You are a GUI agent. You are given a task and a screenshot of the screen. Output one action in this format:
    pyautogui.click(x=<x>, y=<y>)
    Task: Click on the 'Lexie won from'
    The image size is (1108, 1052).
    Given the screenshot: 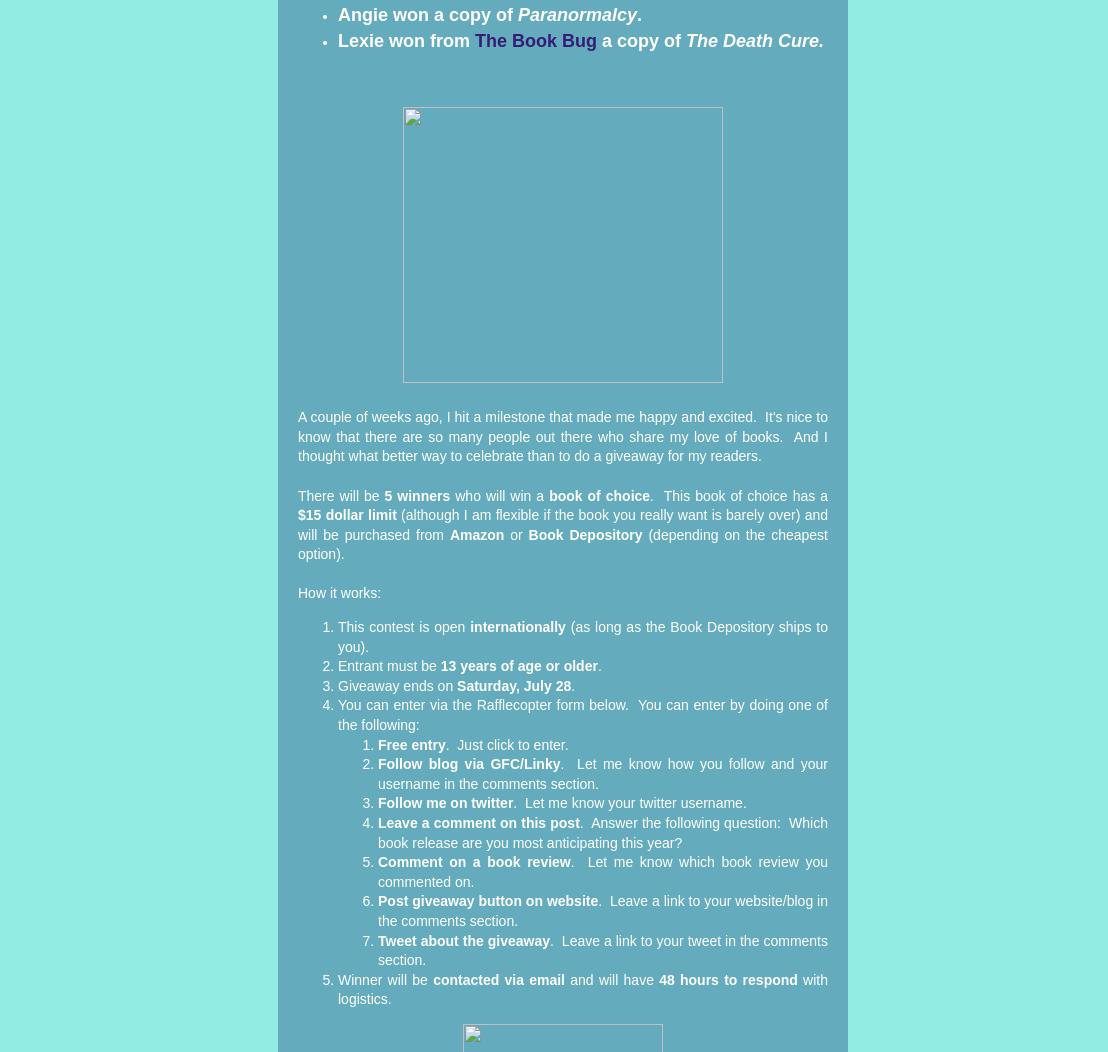 What is the action you would take?
    pyautogui.click(x=406, y=39)
    